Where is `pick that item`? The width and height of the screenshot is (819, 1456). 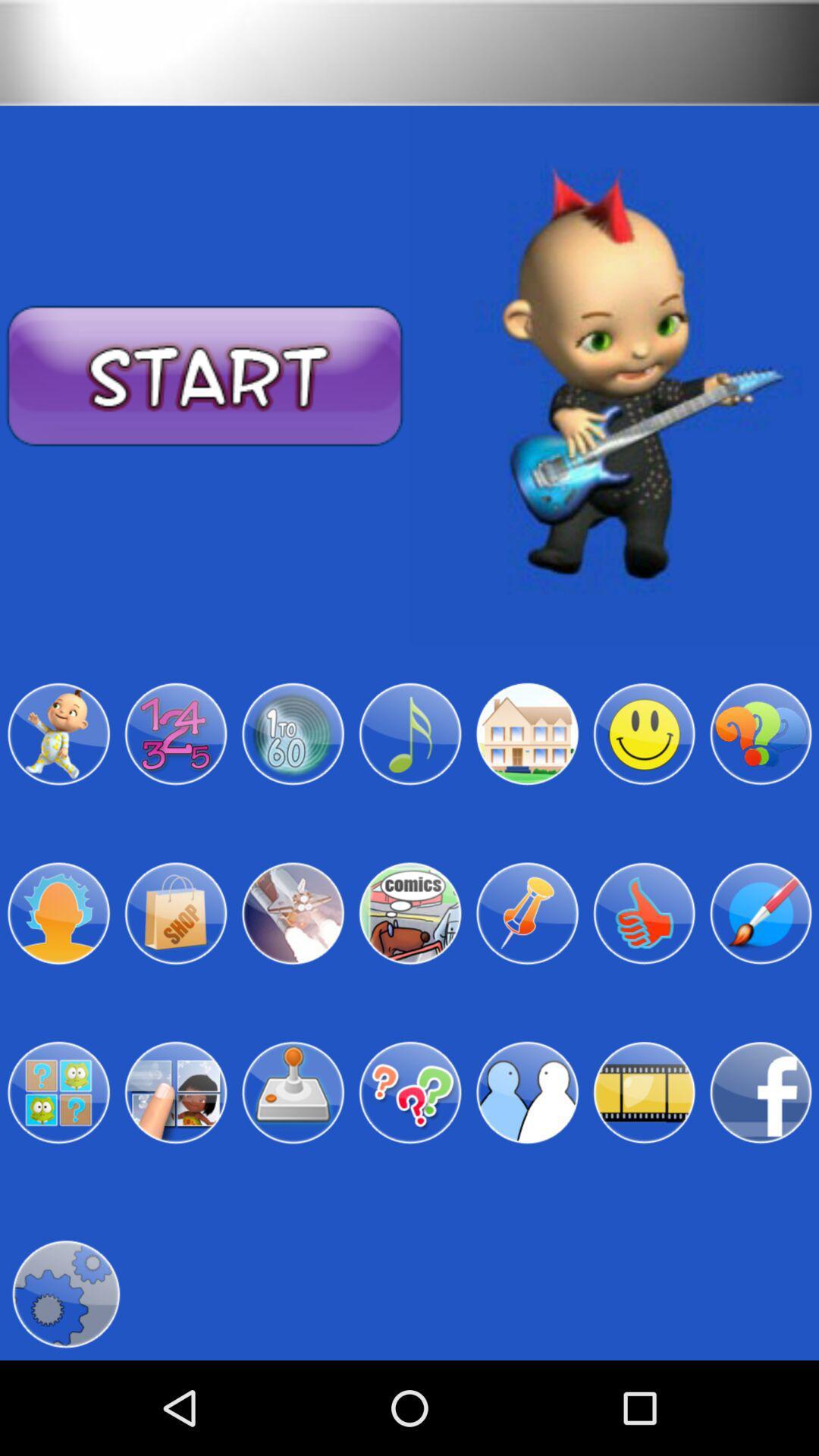 pick that item is located at coordinates (174, 912).